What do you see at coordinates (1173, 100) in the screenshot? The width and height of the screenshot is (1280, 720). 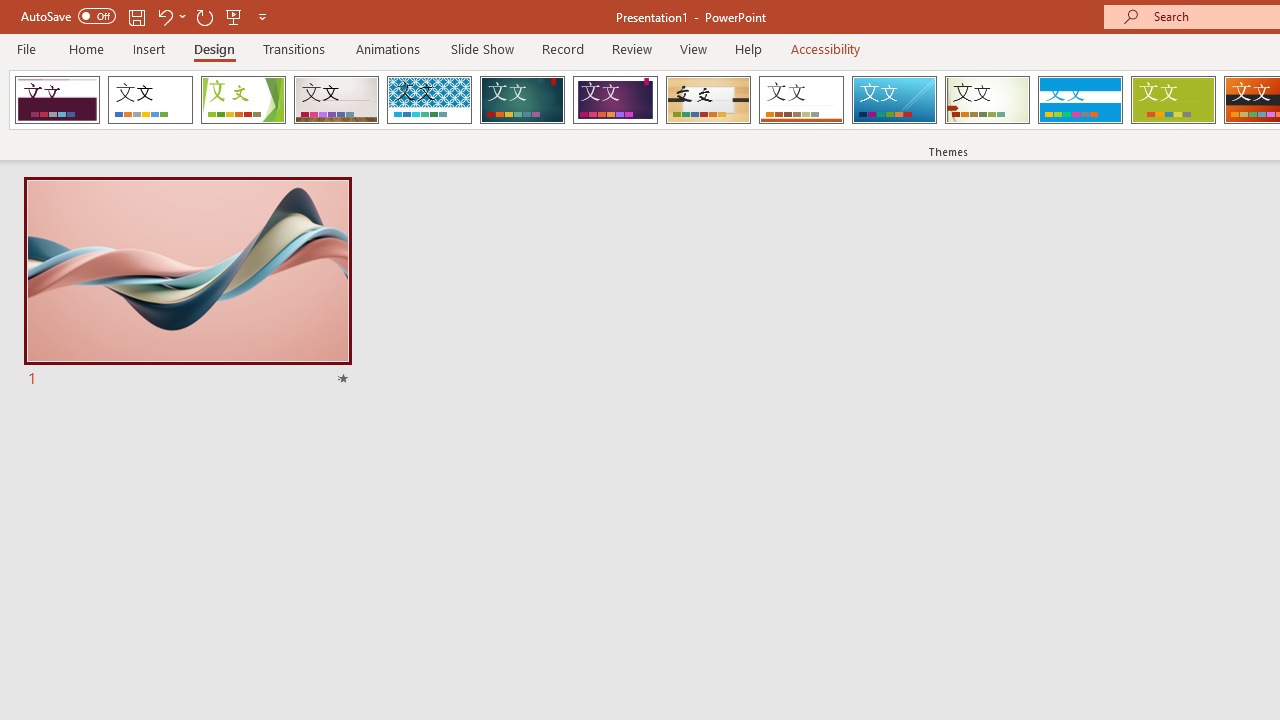 I see `'Basis'` at bounding box center [1173, 100].